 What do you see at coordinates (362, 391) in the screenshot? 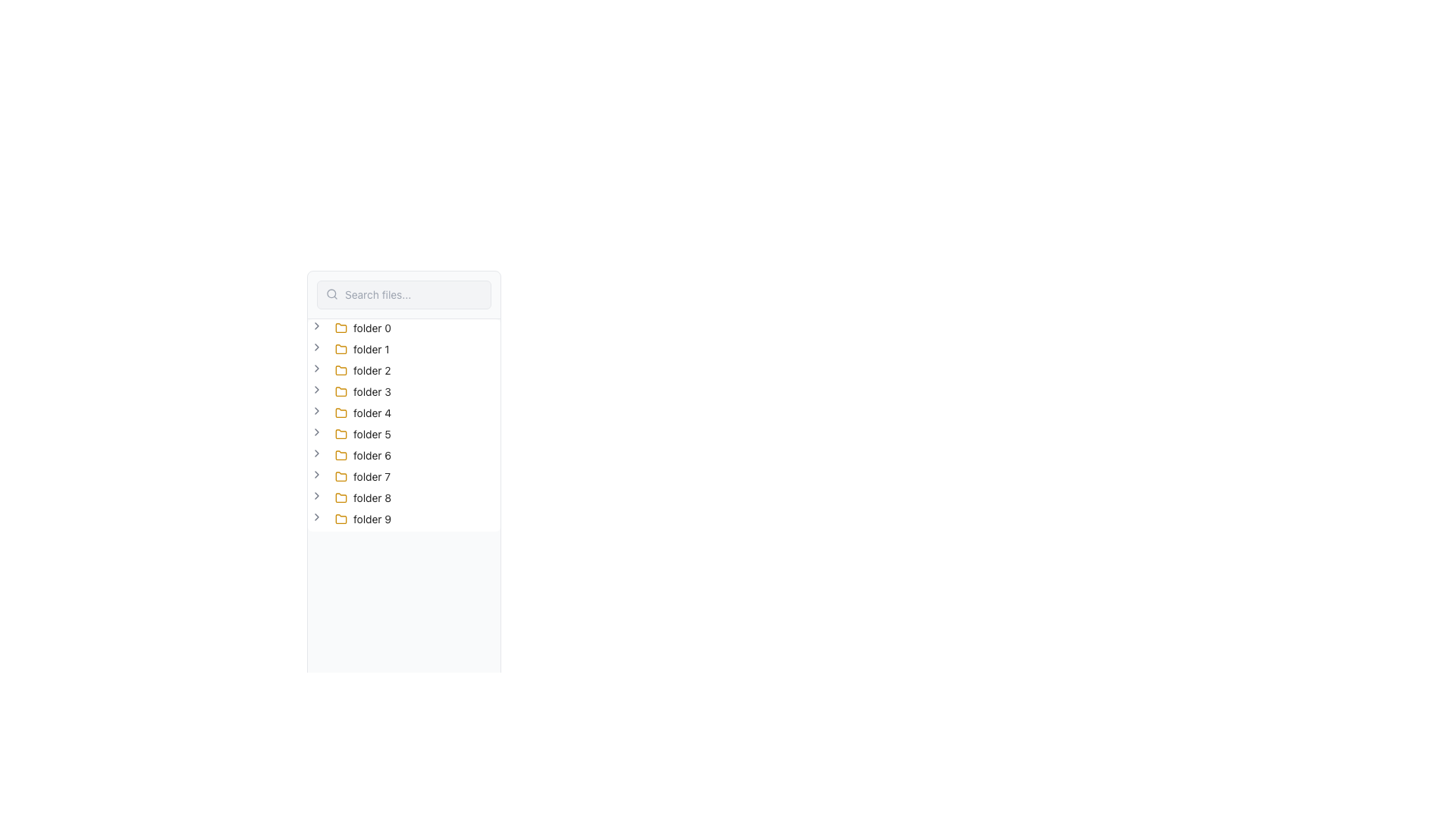
I see `on the 'folder 3' label in the left sidebar` at bounding box center [362, 391].